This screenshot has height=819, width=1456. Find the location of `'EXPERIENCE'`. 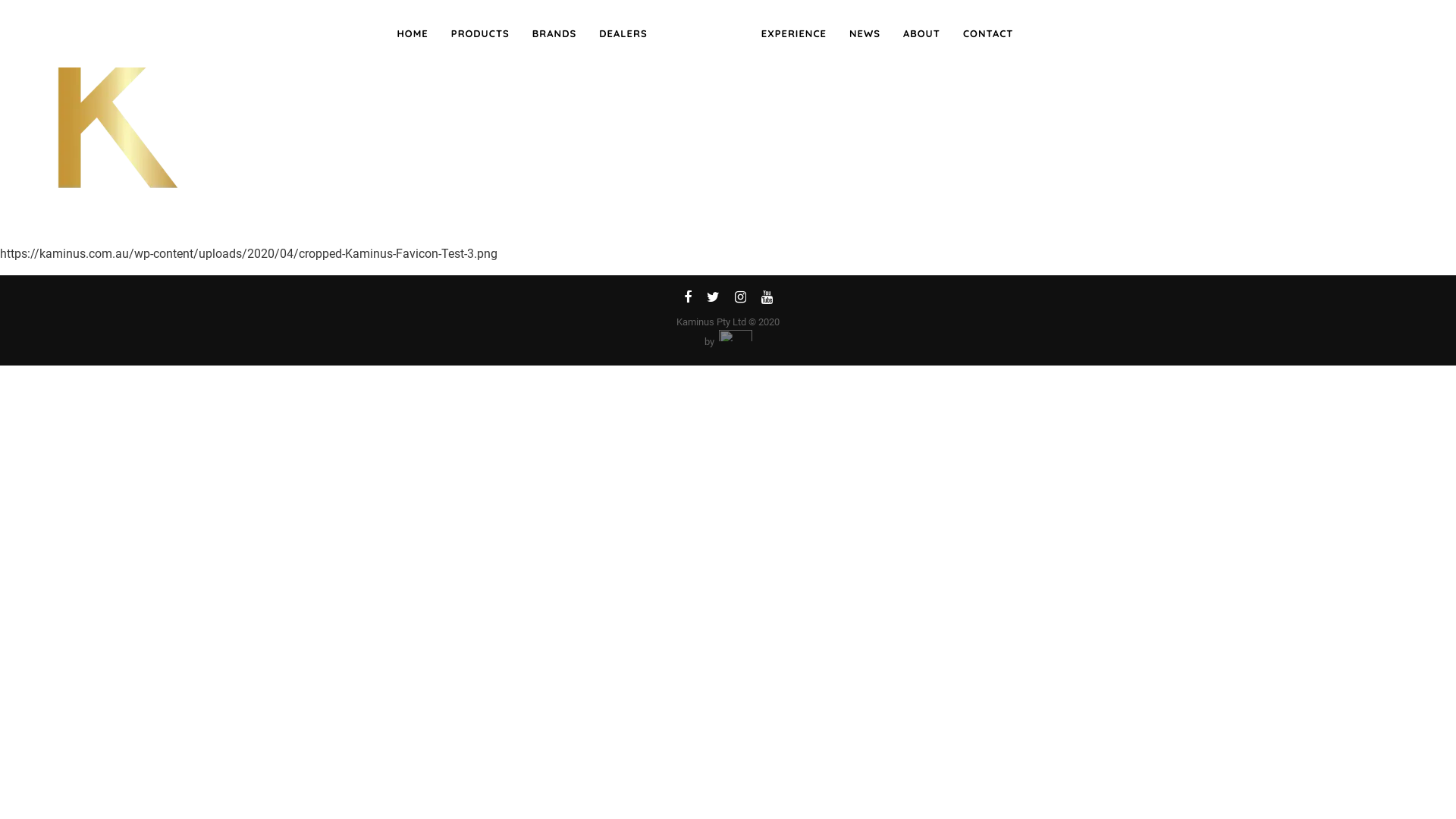

'EXPERIENCE' is located at coordinates (792, 34).